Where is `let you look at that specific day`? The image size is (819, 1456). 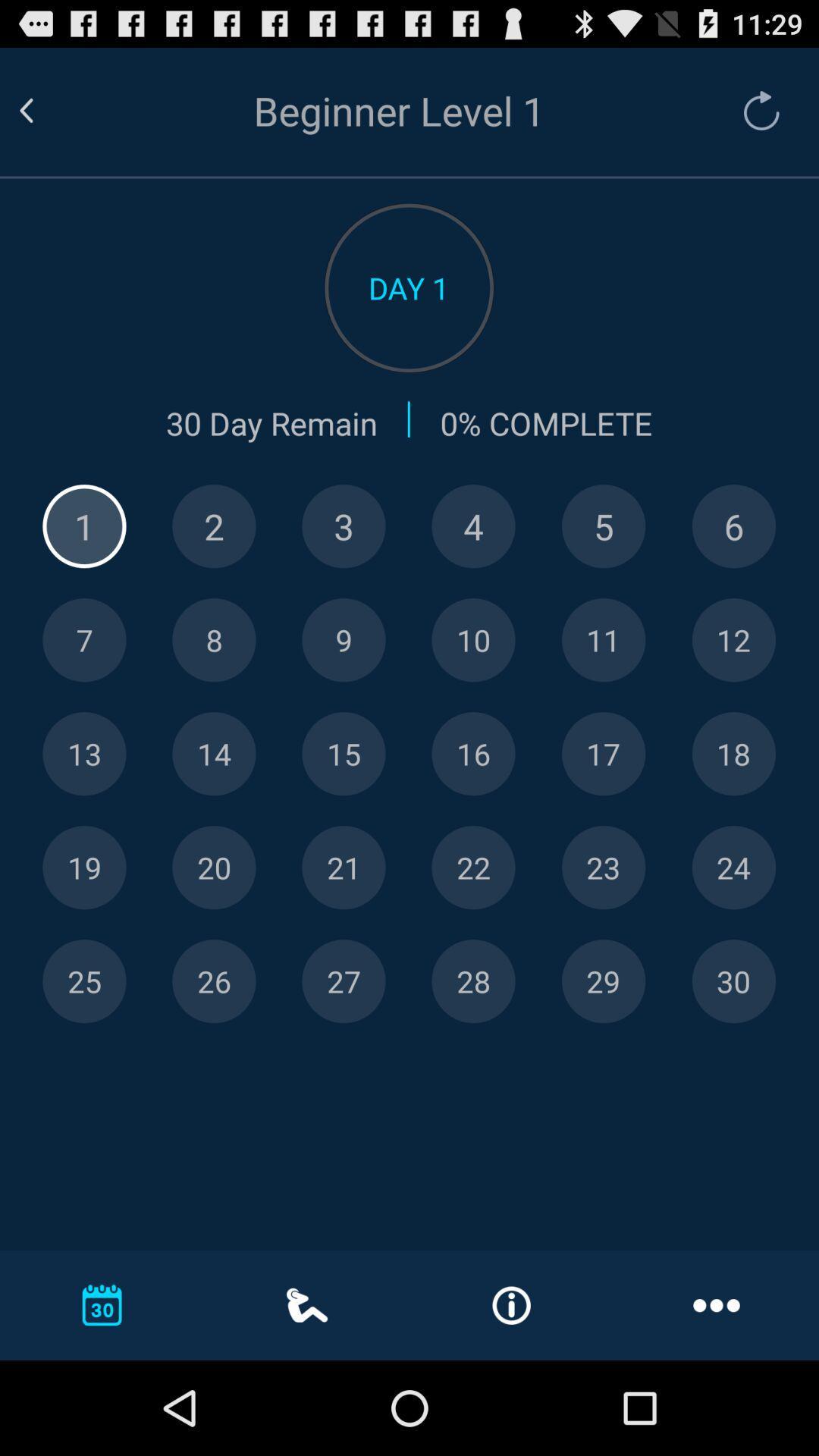
let you look at that specific day is located at coordinates (84, 981).